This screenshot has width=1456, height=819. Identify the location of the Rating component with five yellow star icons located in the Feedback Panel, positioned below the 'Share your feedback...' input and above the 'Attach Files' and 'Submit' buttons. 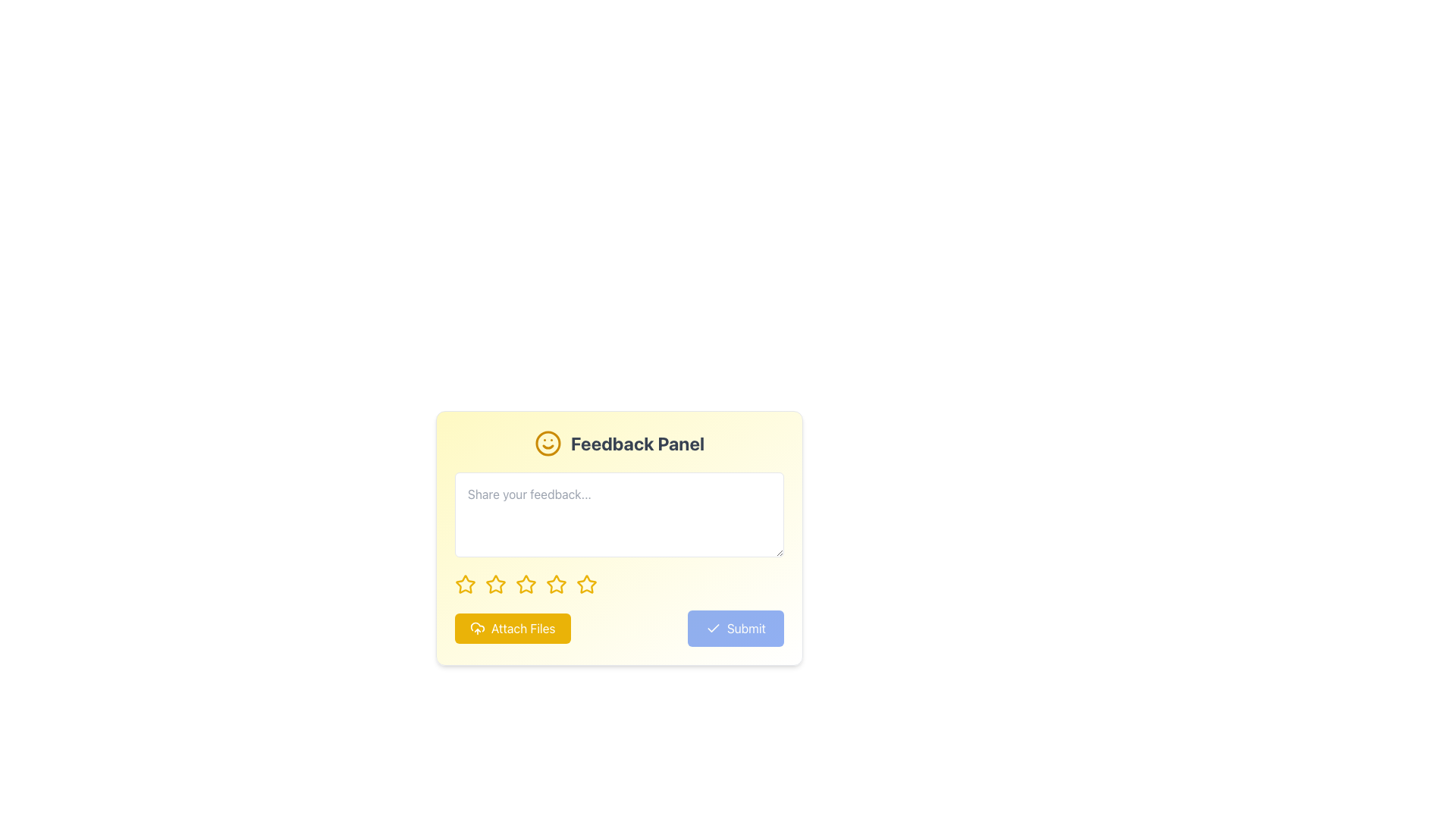
(619, 584).